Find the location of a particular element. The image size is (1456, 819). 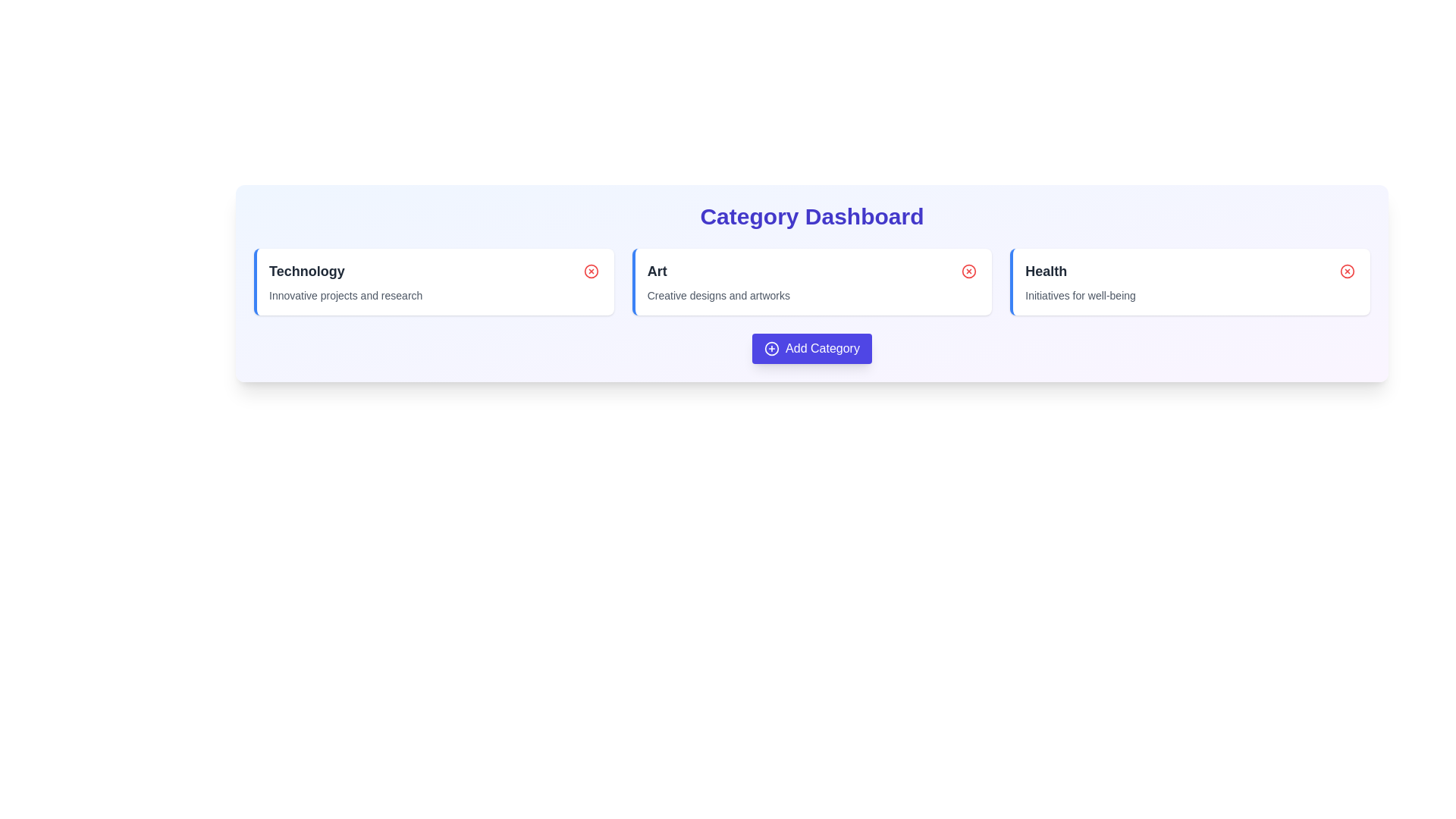

the delete button located in the top-right corner of the card containing the 'Art' category is located at coordinates (968, 271).